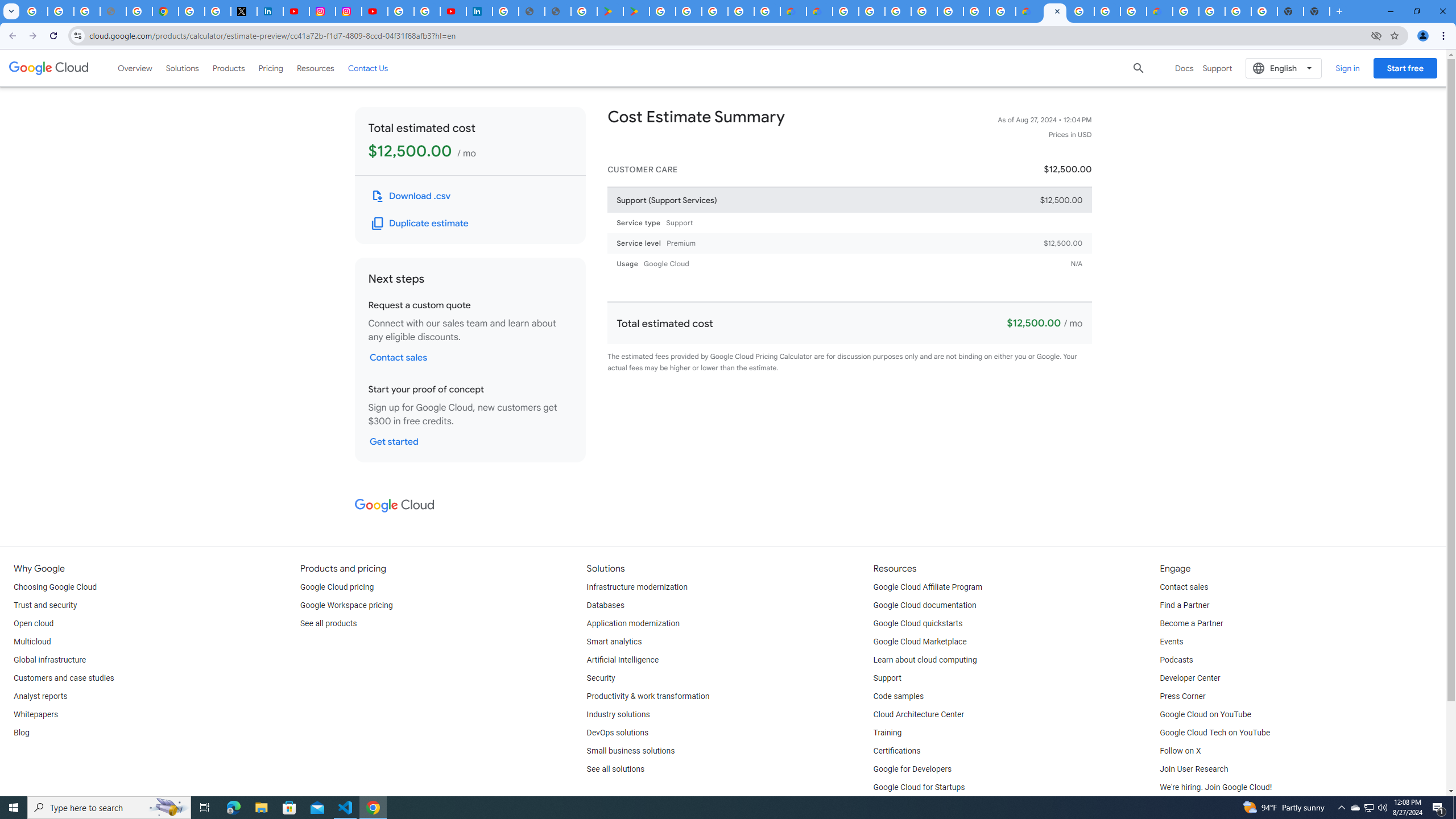 This screenshot has width=1456, height=819. What do you see at coordinates (49, 660) in the screenshot?
I see `'Global infrastructure'` at bounding box center [49, 660].